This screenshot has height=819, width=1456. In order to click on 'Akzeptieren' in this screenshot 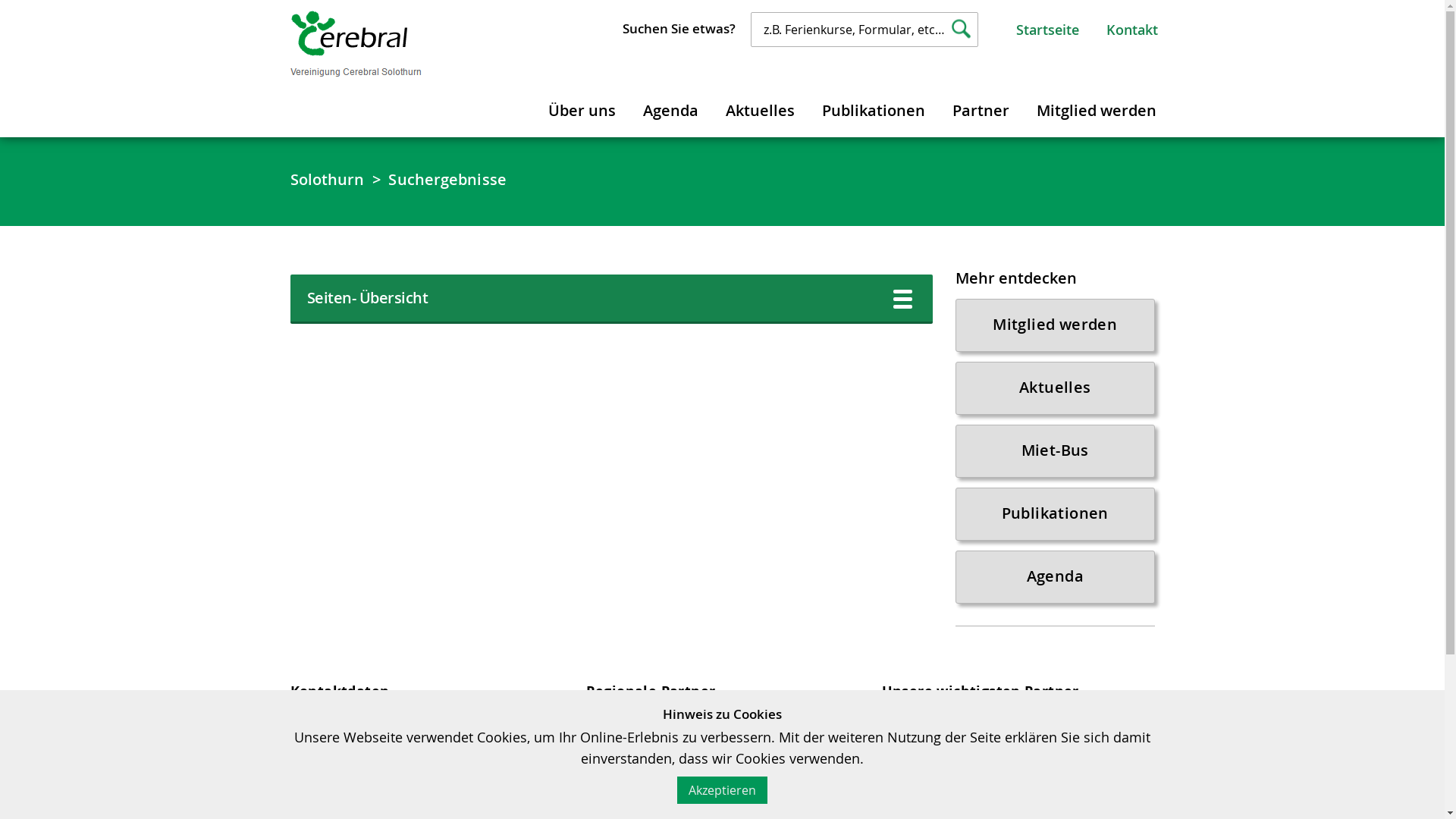, I will do `click(721, 789)`.